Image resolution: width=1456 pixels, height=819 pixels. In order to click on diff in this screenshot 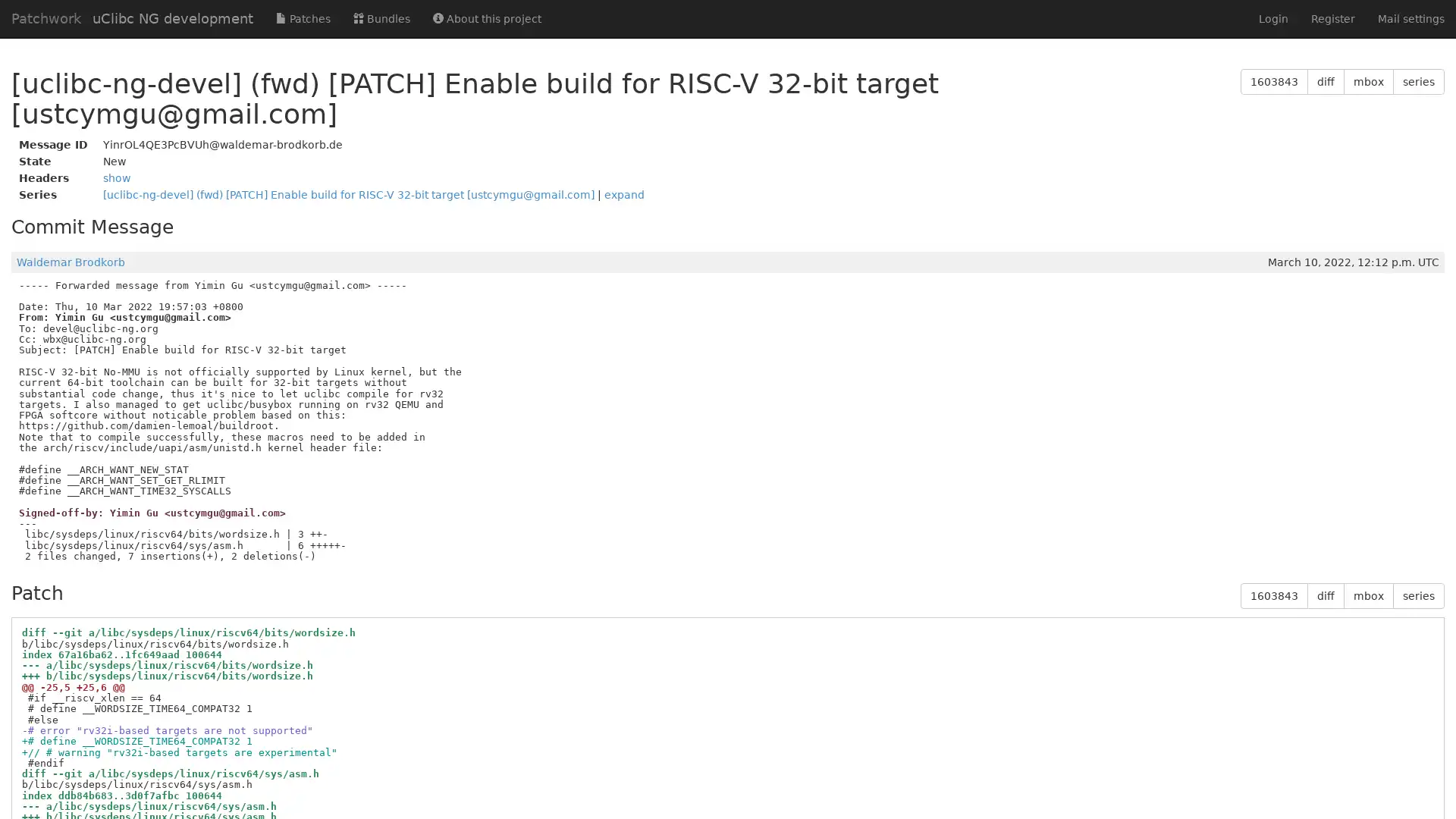, I will do `click(1325, 82)`.